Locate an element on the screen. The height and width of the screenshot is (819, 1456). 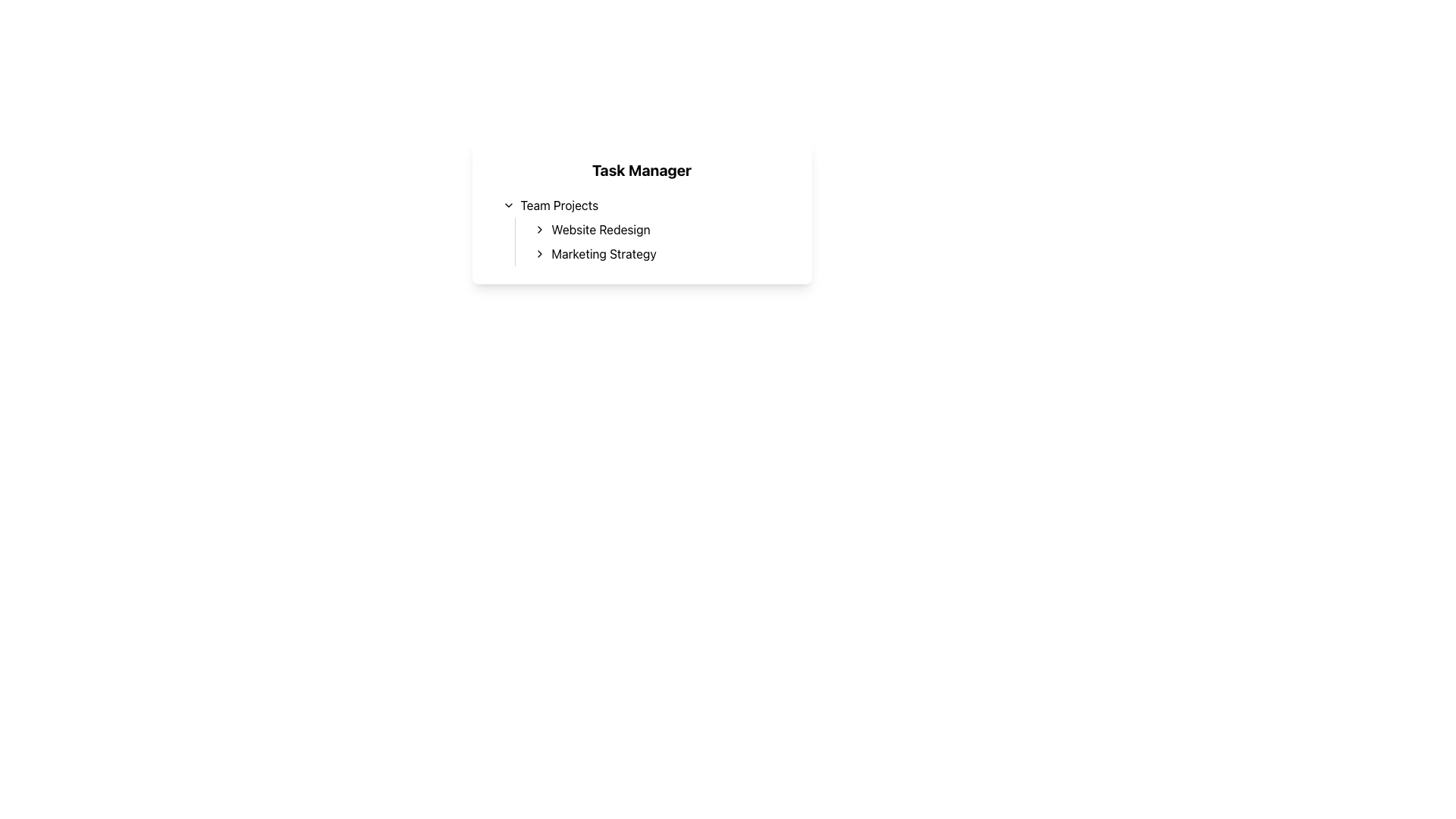
the chevron icon to the left of 'Marketing Strategy' in the Task Manager is located at coordinates (539, 253).